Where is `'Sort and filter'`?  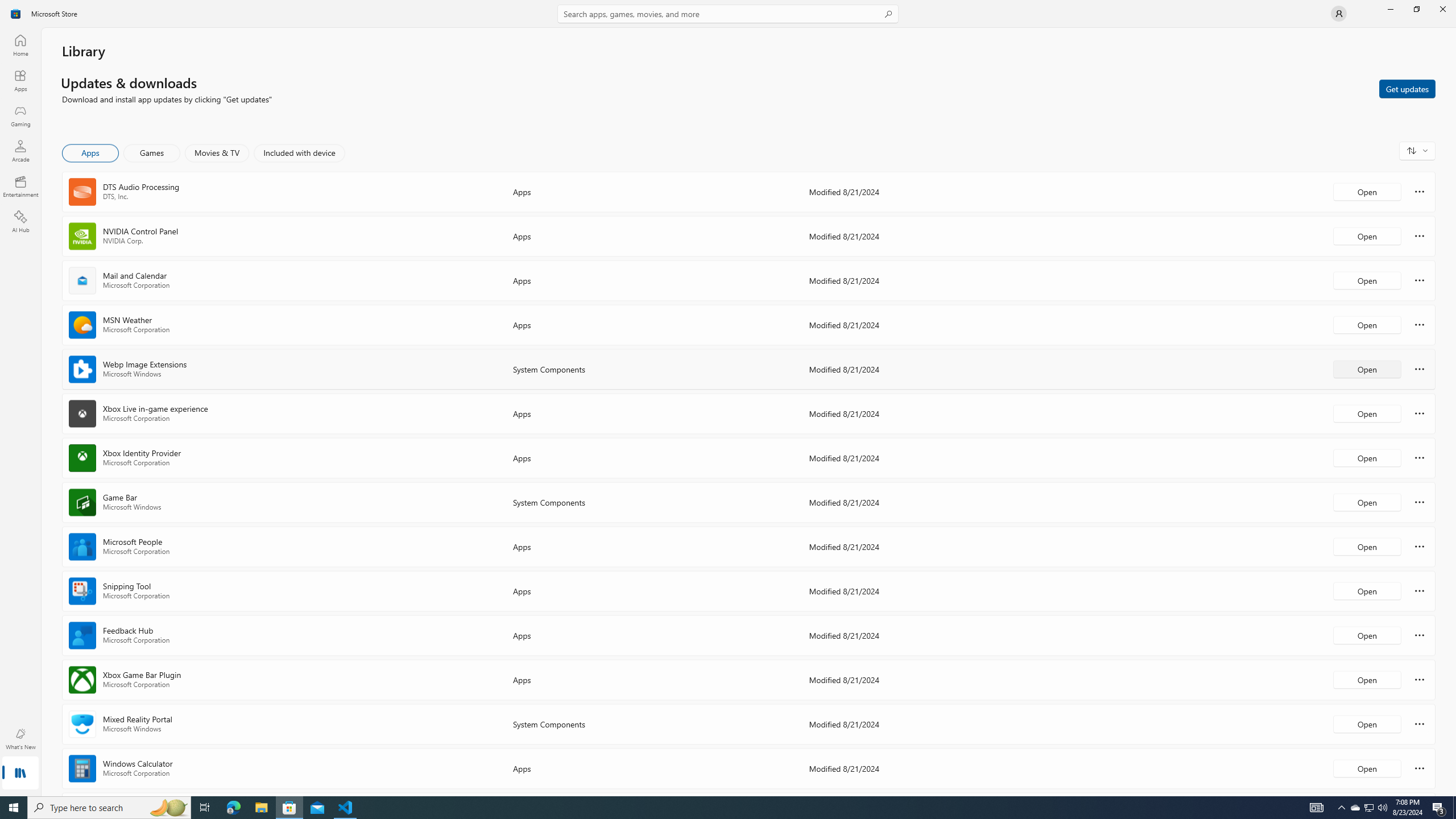 'Sort and filter' is located at coordinates (1417, 150).